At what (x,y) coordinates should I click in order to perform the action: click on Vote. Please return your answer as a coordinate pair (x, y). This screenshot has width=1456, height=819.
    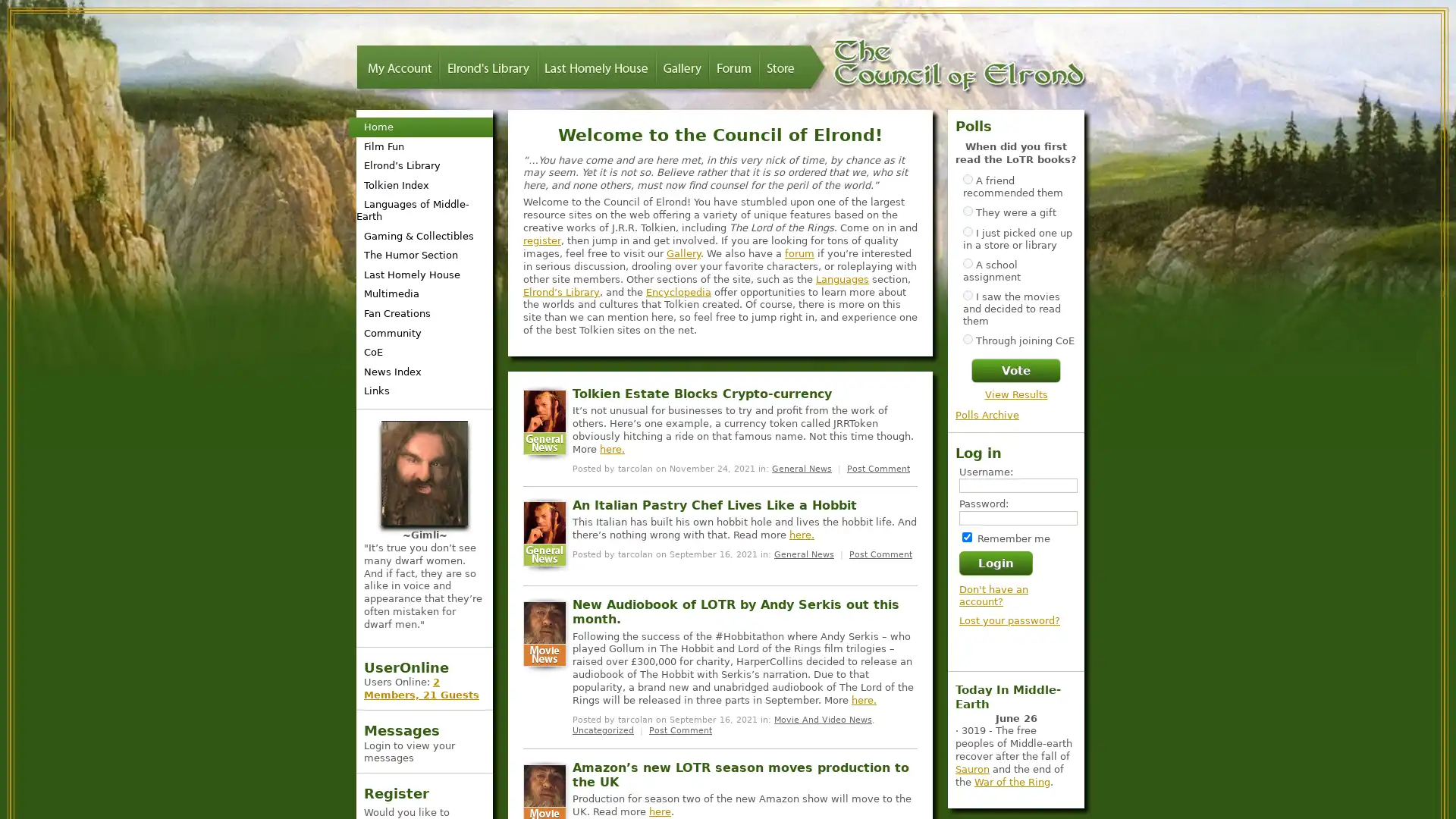
    Looking at the image, I should click on (1015, 370).